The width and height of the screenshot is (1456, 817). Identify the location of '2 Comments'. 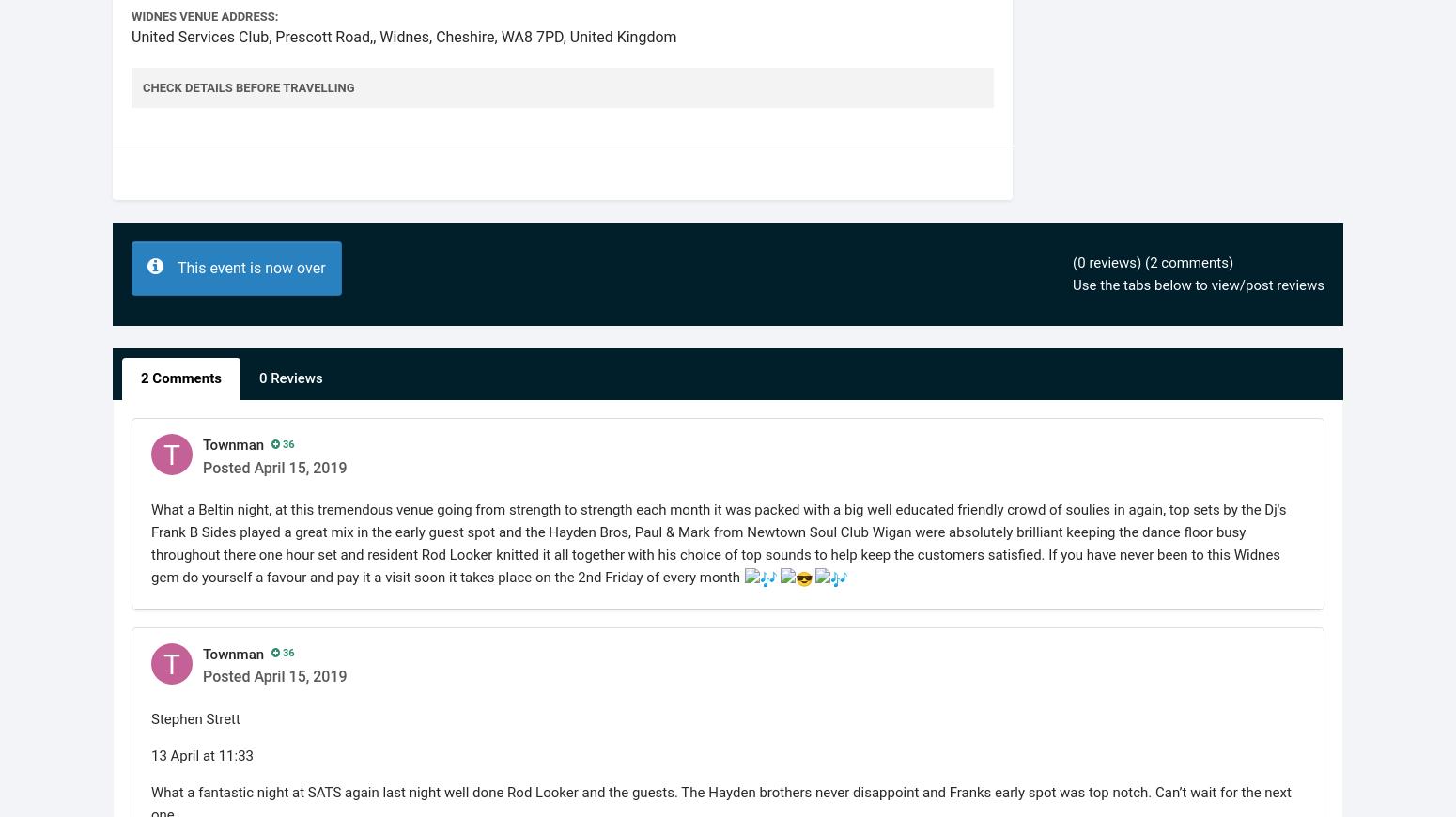
(179, 378).